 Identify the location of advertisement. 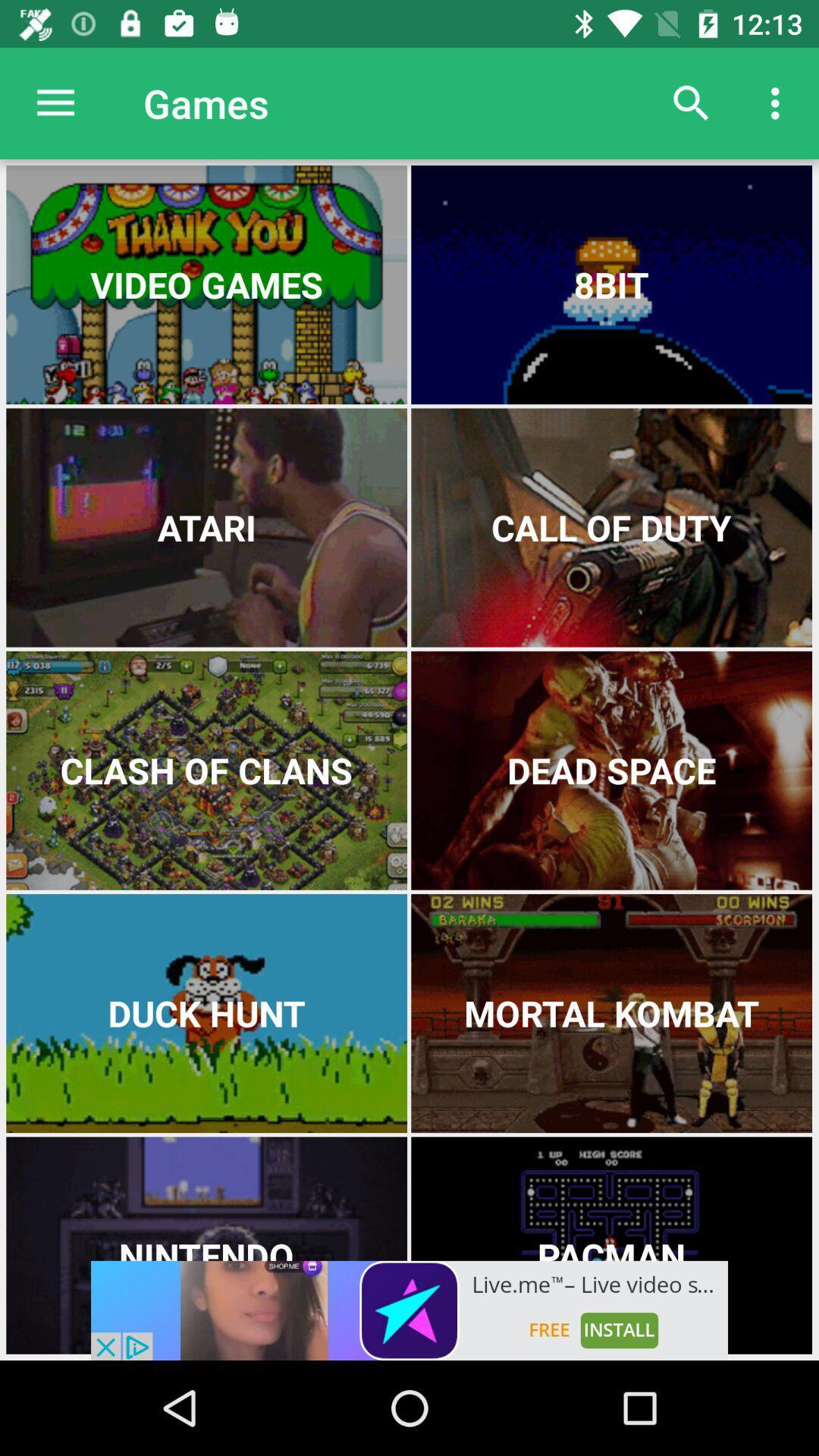
(409, 1310).